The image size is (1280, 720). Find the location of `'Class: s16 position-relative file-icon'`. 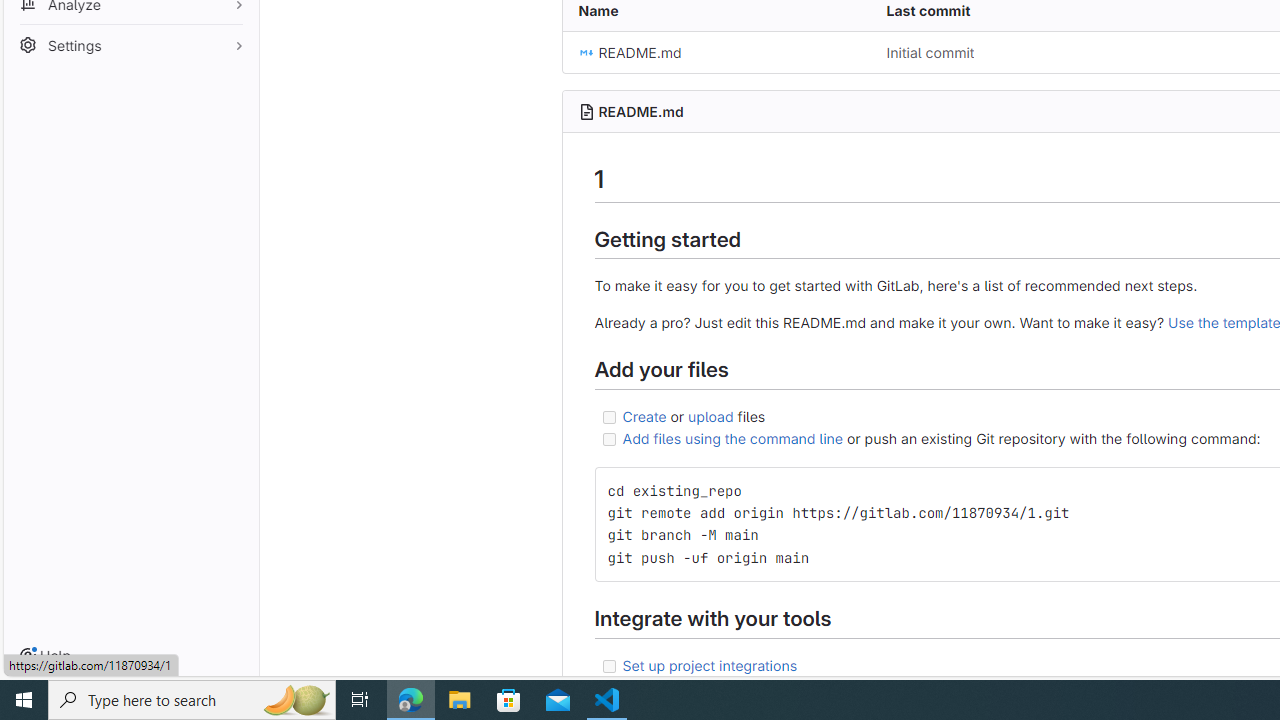

'Class: s16 position-relative file-icon' is located at coordinates (585, 52).